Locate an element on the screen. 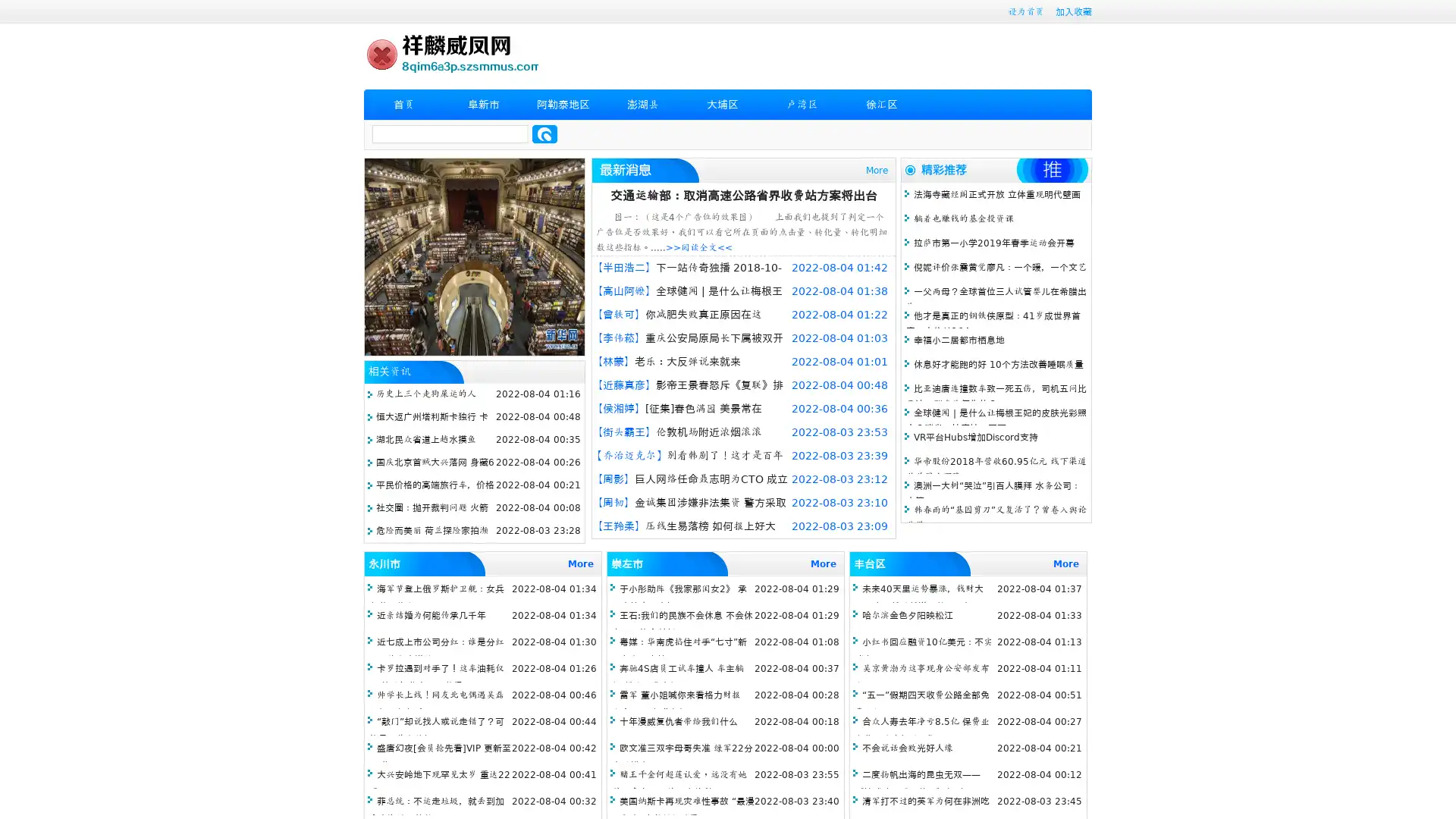 The width and height of the screenshot is (1456, 819). Search is located at coordinates (544, 133).